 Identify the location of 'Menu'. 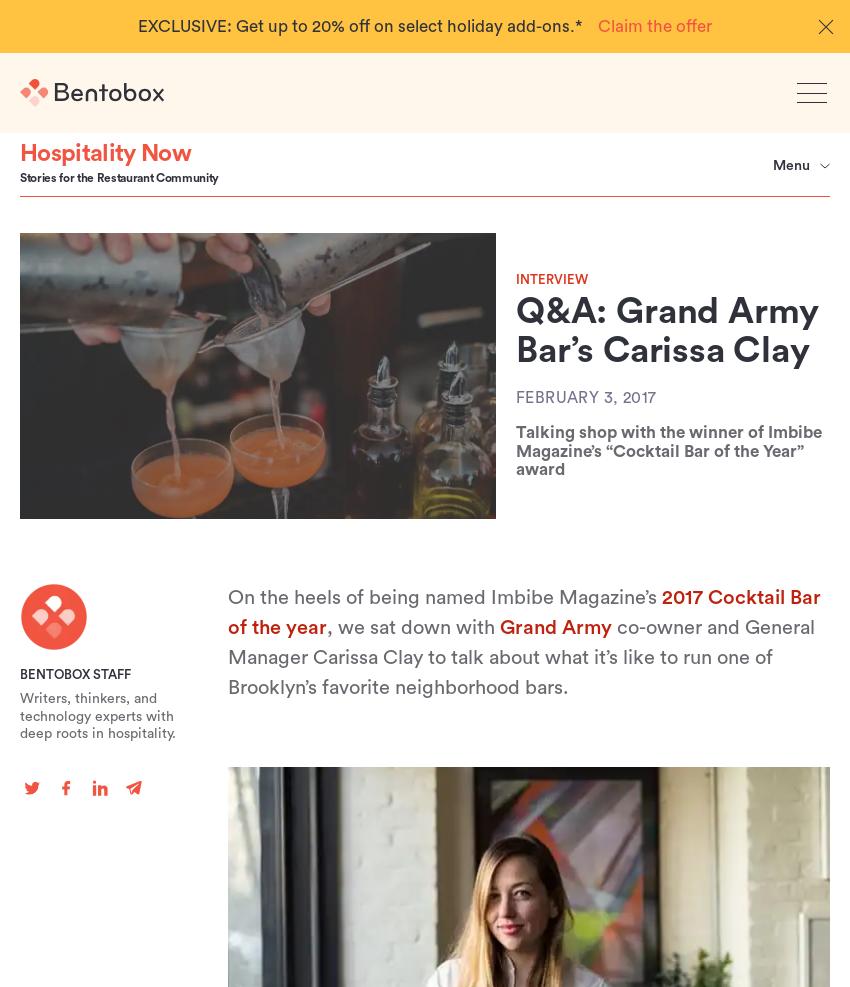
(771, 164).